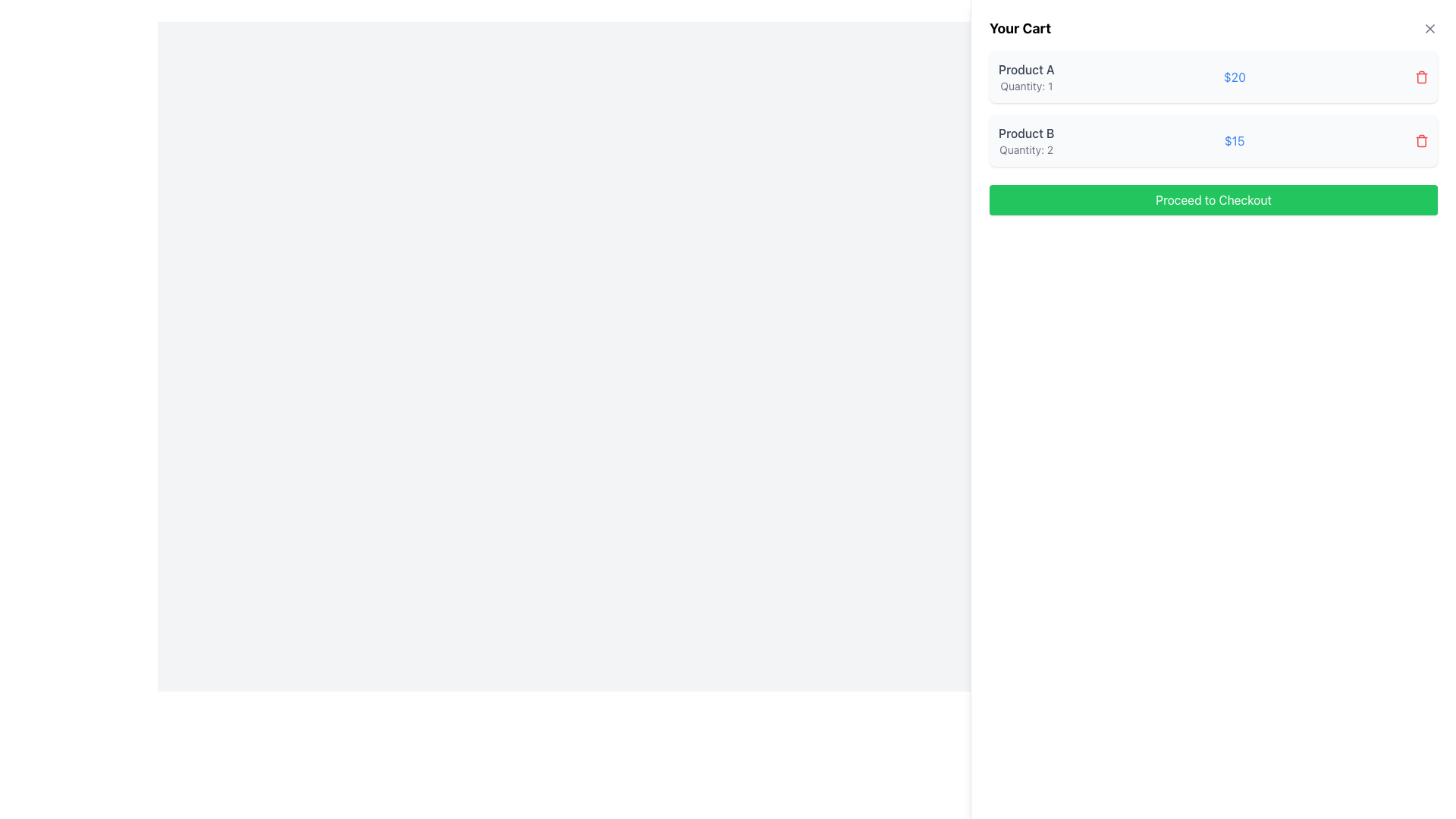  Describe the element at coordinates (1026, 86) in the screenshot. I see `the text label displaying 'Quantity: 1' located beneath the main product name 'Product A' in the cart section on the right side of the interface` at that location.